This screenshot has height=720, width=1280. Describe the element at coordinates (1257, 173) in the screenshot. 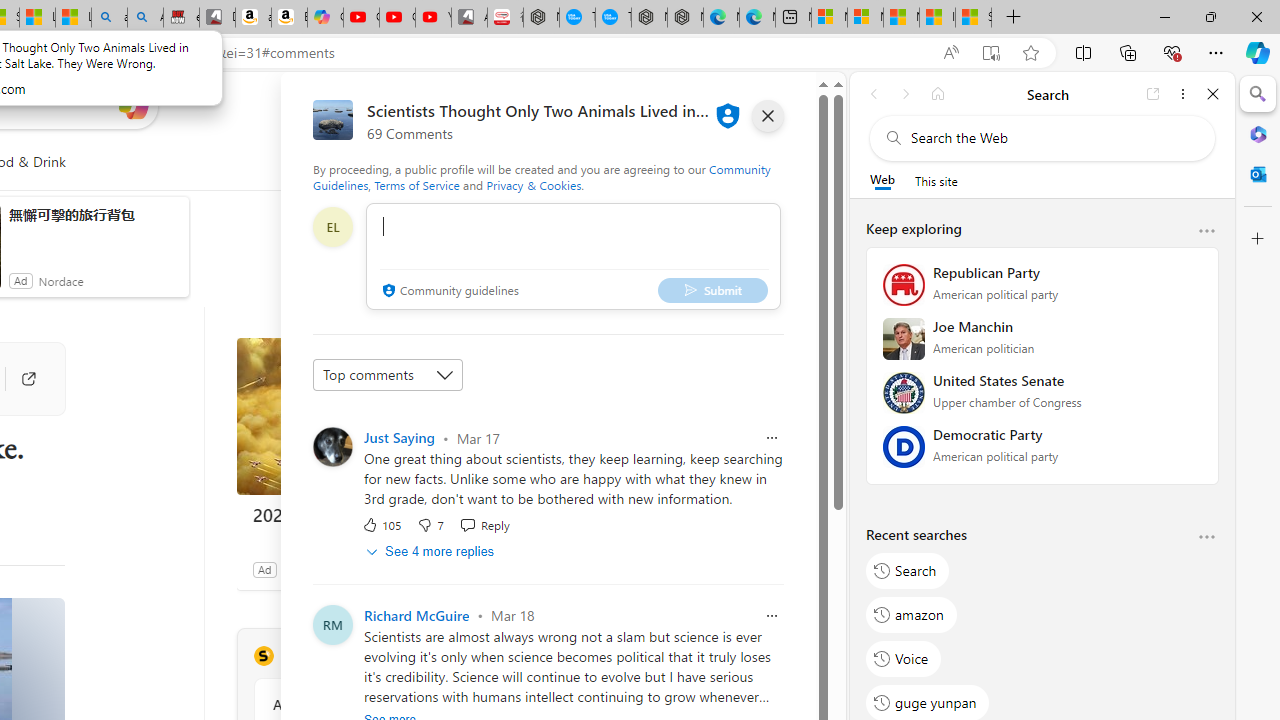

I see `'Outlook'` at that location.